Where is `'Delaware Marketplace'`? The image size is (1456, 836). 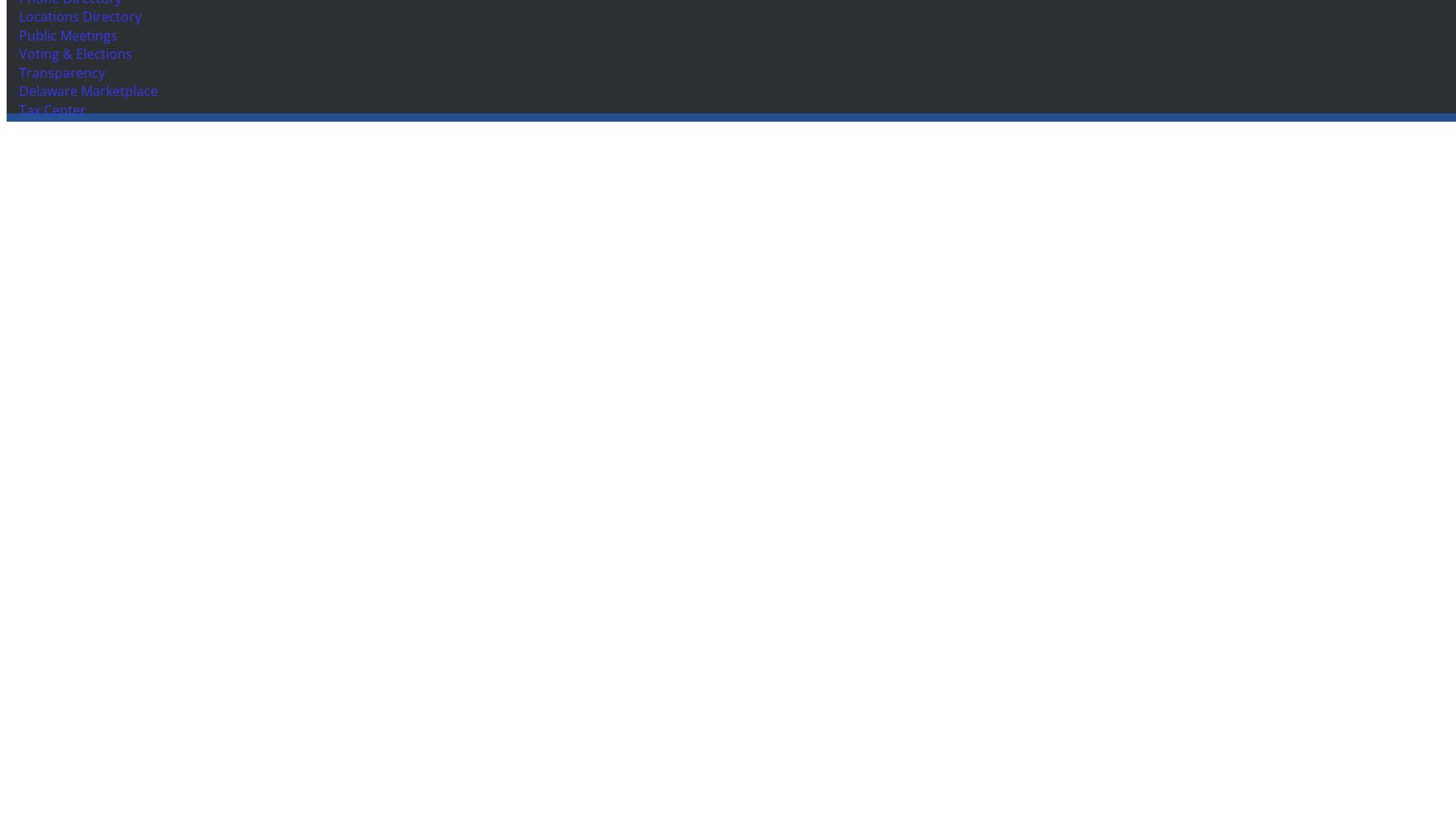 'Delaware Marketplace' is located at coordinates (19, 89).